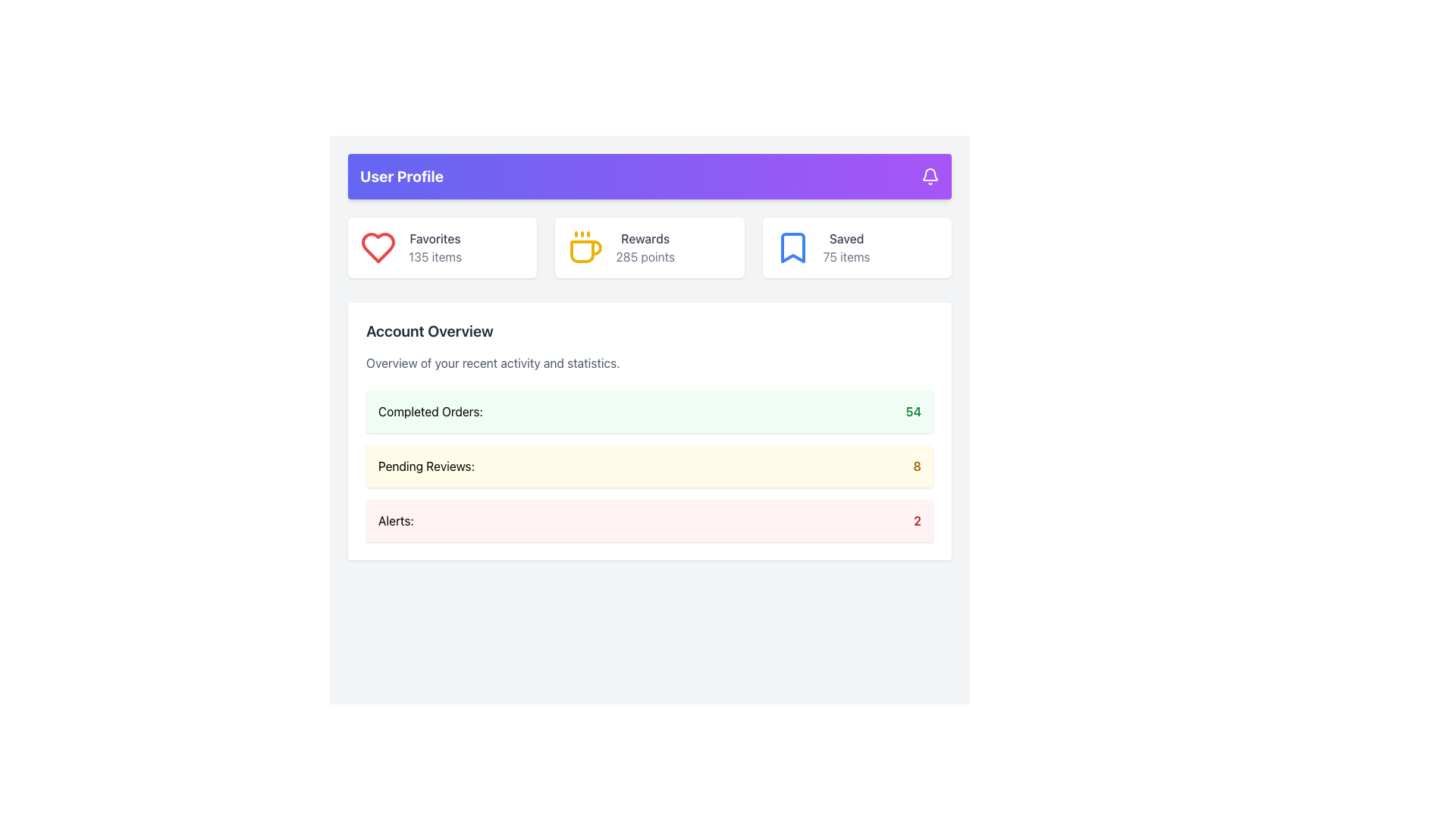  I want to click on the text label displaying 'Alerts:' in bold, black font located inside a light red rectangular box in the 'Account Overview' section, so click(396, 519).